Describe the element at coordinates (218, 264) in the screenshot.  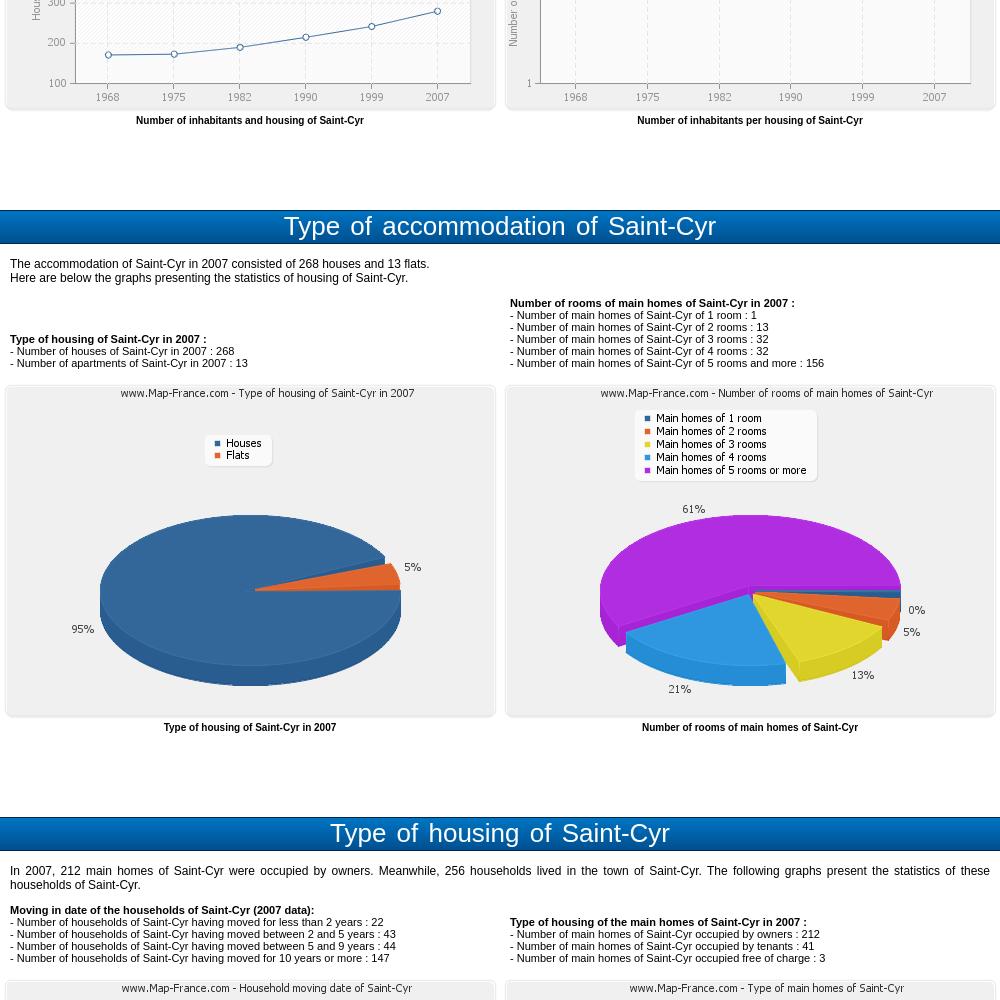
I see `'The accommodation of Saint-Cyr in 2007 consisted of 268 houses and 13 flats.'` at that location.